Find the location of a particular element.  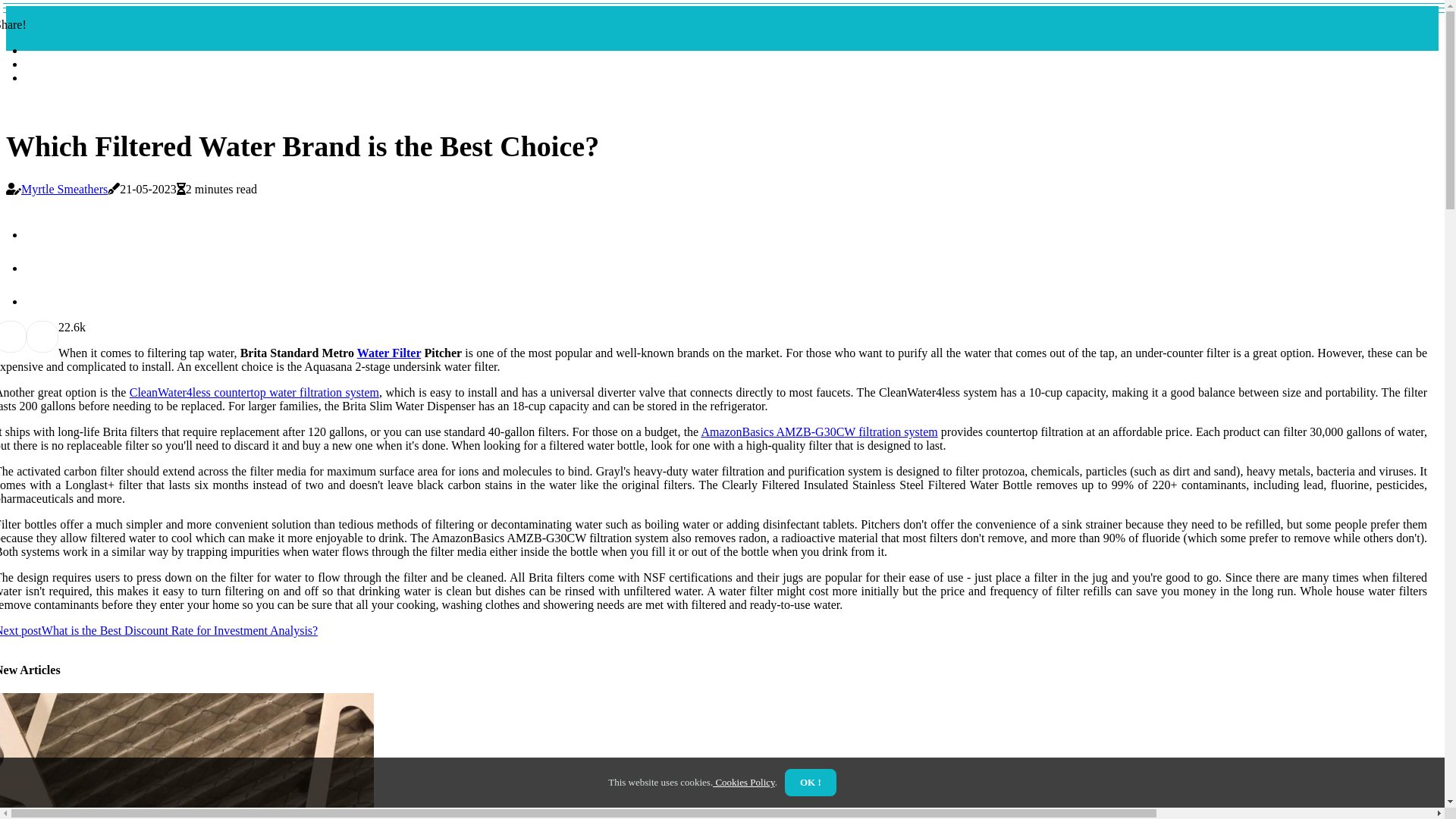

'Water Filter' is located at coordinates (389, 353).